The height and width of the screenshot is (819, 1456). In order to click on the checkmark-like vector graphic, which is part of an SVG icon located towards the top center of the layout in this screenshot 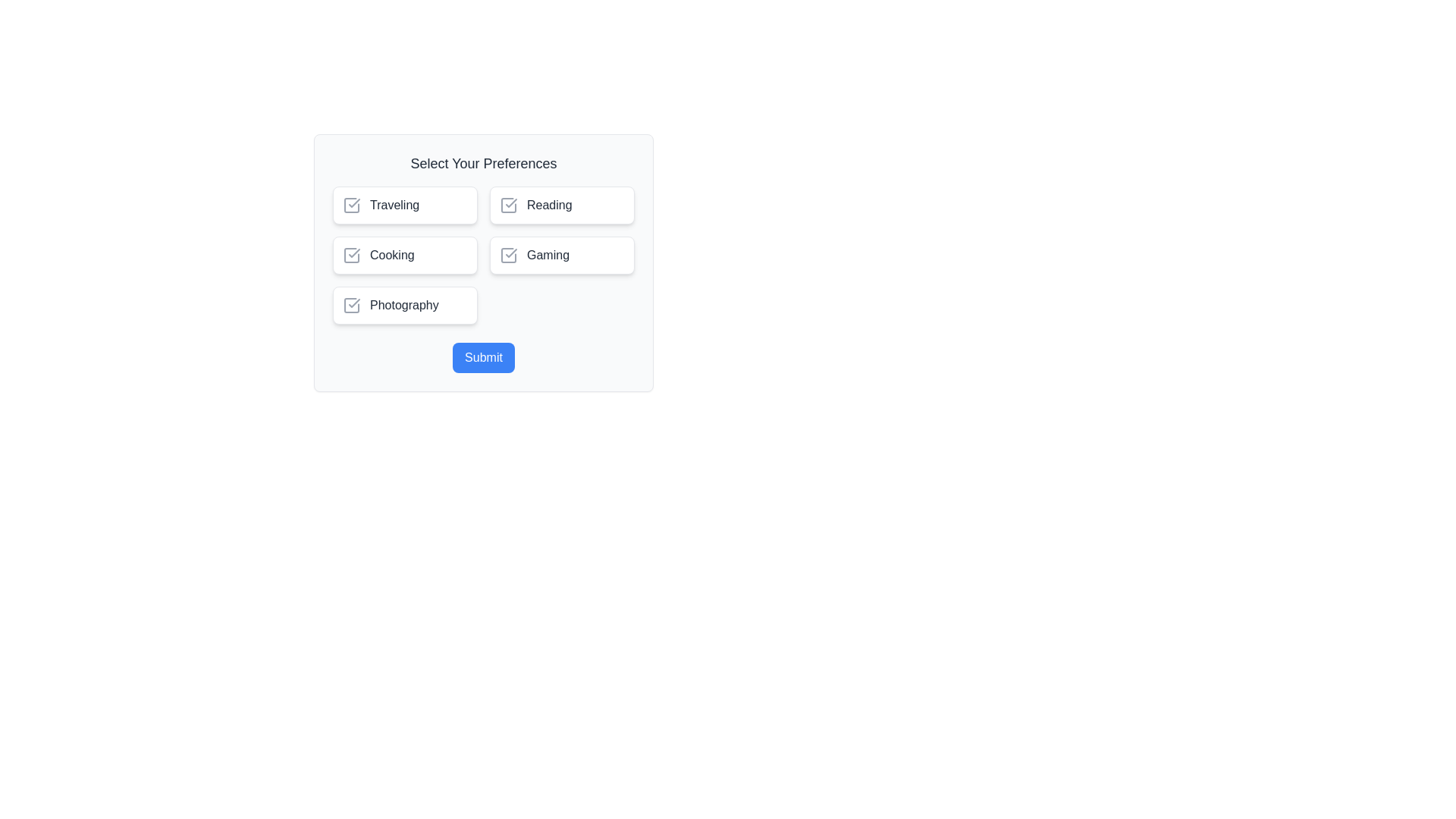, I will do `click(353, 202)`.